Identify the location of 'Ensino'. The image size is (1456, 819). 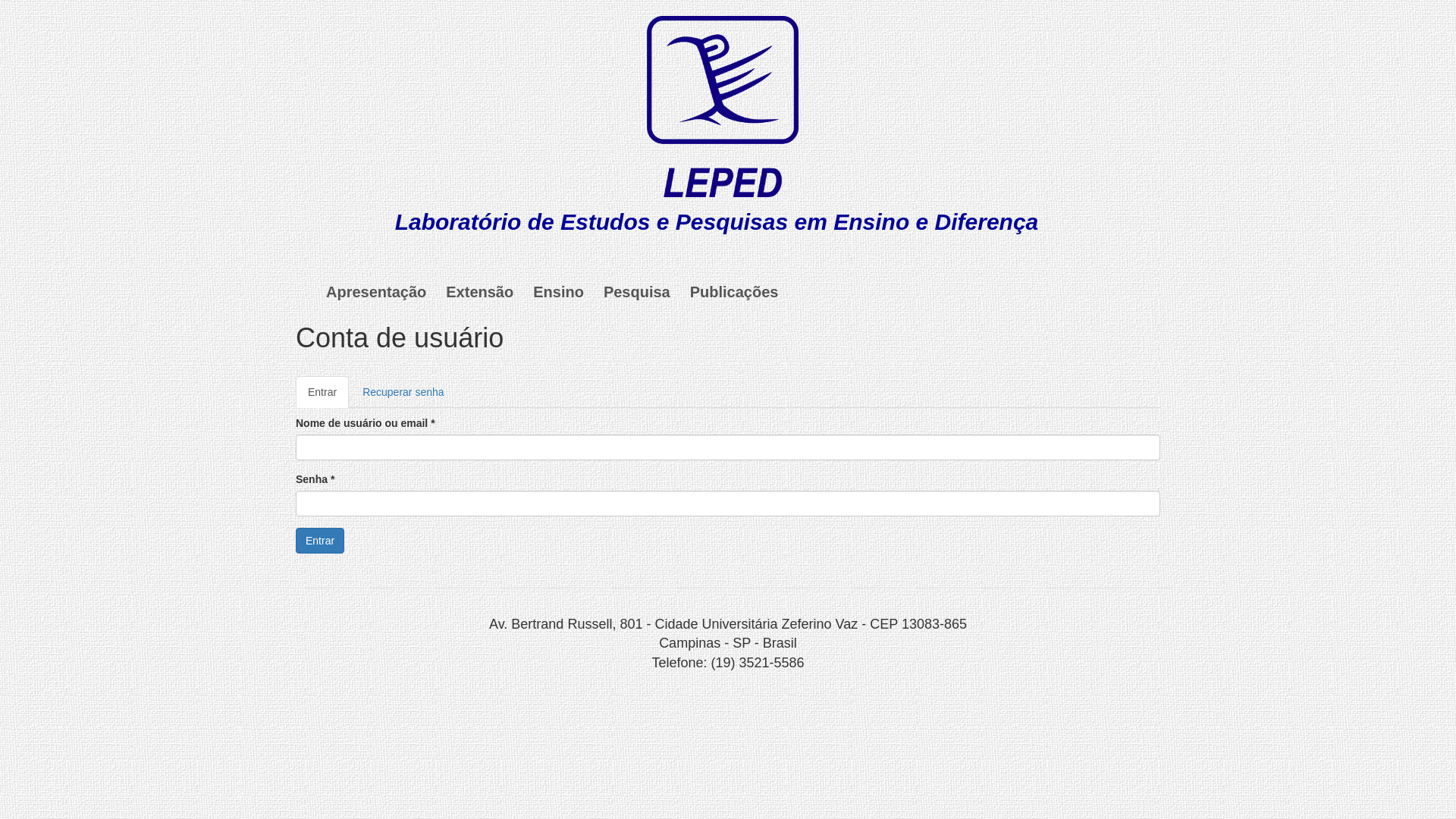
(557, 292).